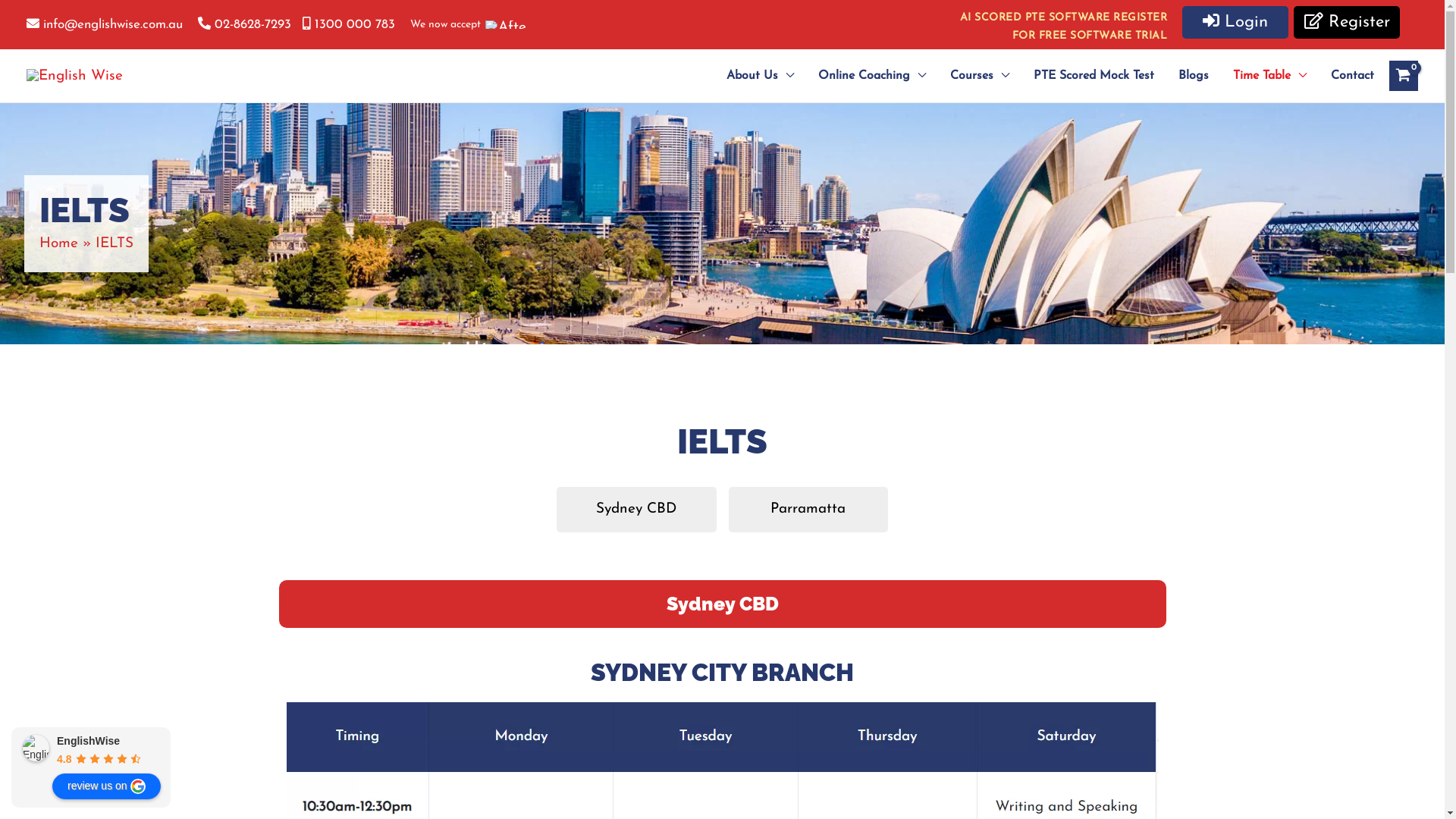 The image size is (1456, 819). Describe the element at coordinates (1220, 76) in the screenshot. I see `'Time Table'` at that location.